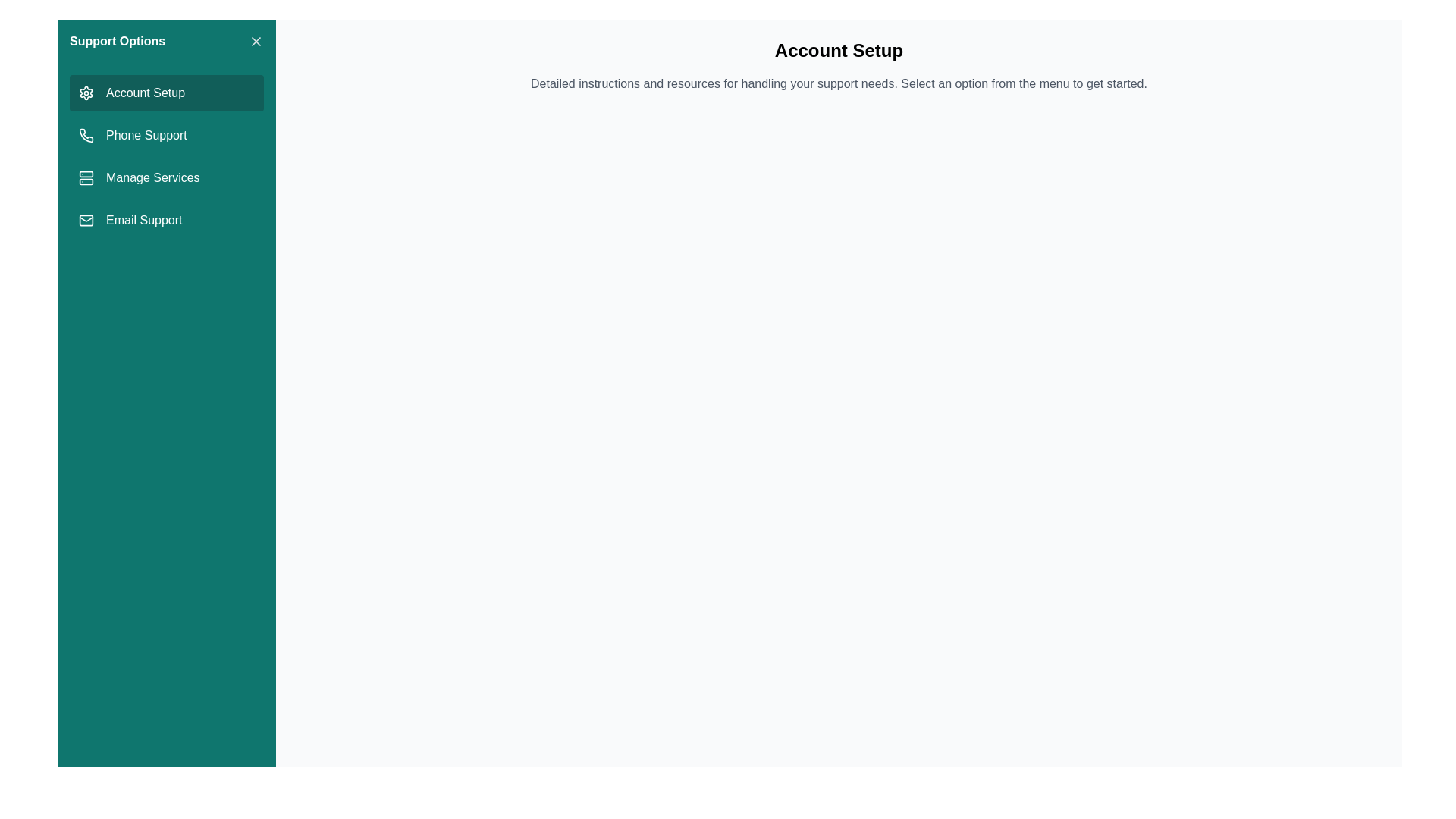  Describe the element at coordinates (152, 177) in the screenshot. I see `the 'Manage Services' text label within the menu option bar` at that location.